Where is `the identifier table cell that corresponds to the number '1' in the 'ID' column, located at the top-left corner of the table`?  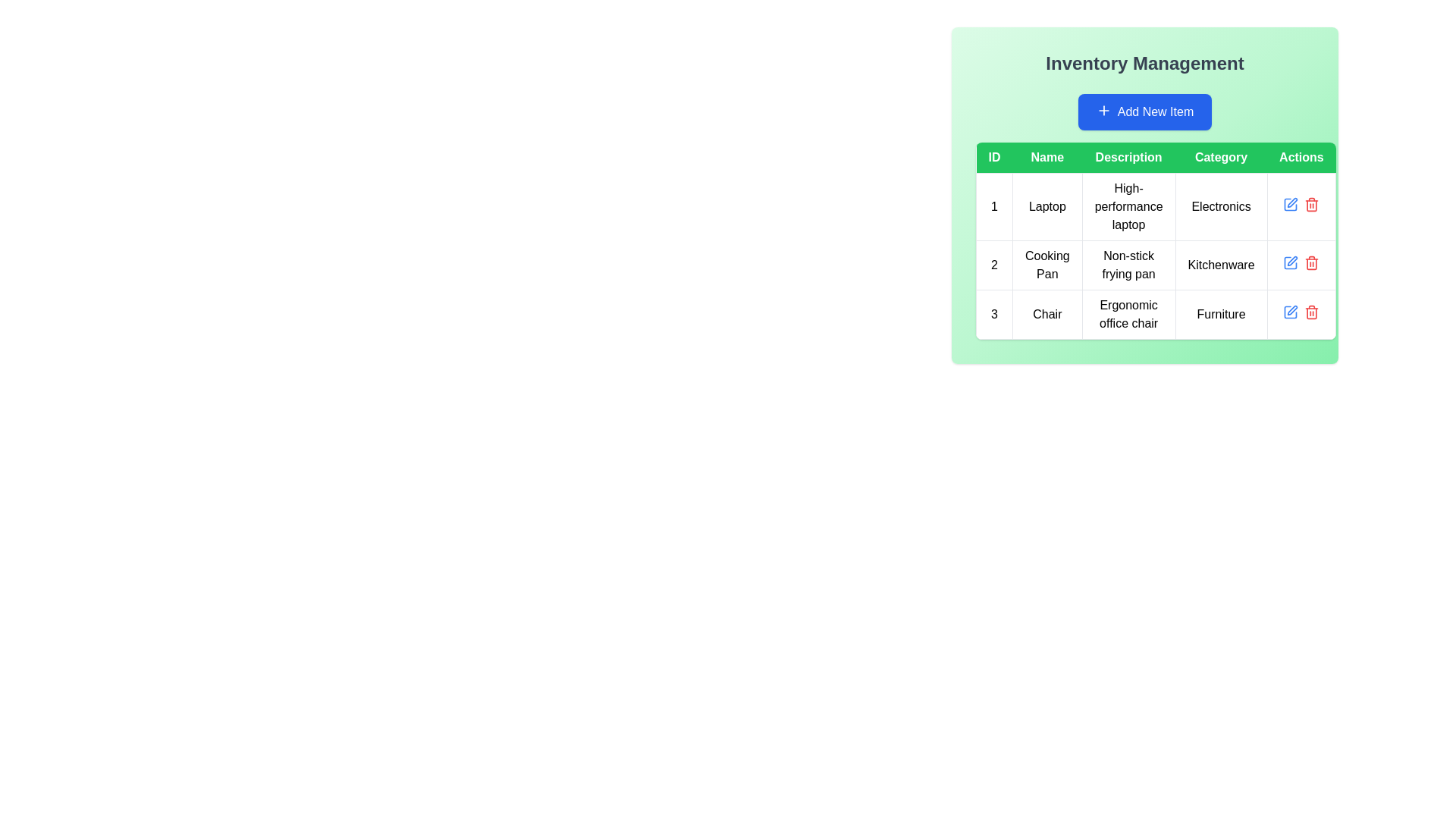 the identifier table cell that corresponds to the number '1' in the 'ID' column, located at the top-left corner of the table is located at coordinates (994, 207).